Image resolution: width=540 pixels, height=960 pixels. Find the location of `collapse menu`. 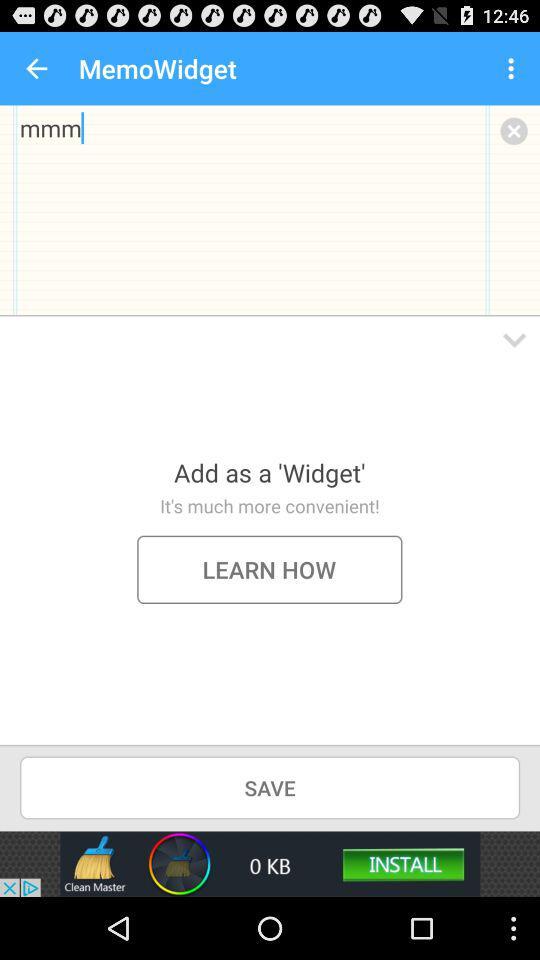

collapse menu is located at coordinates (514, 340).